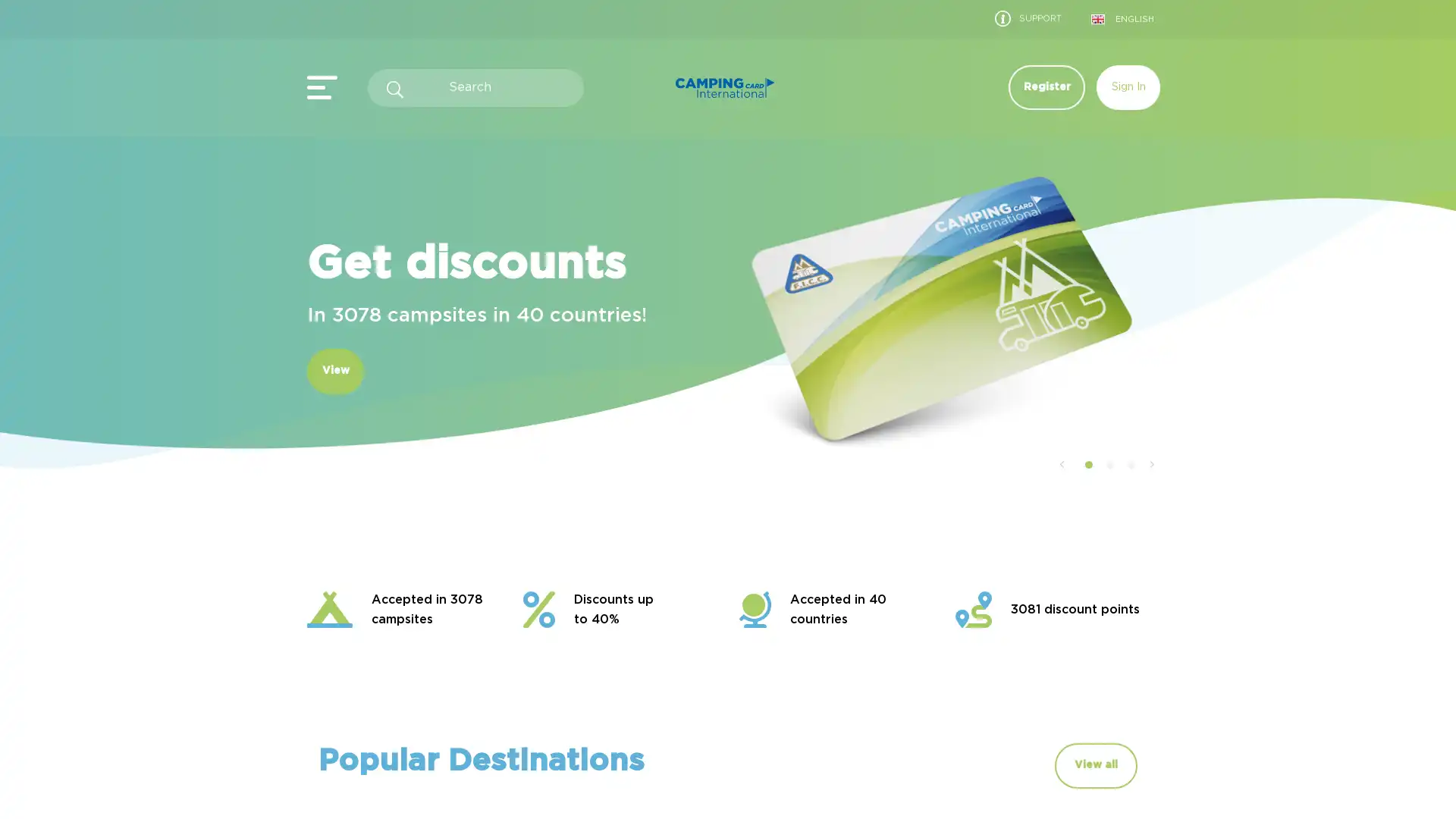  Describe the element at coordinates (1060, 464) in the screenshot. I see `Previous` at that location.